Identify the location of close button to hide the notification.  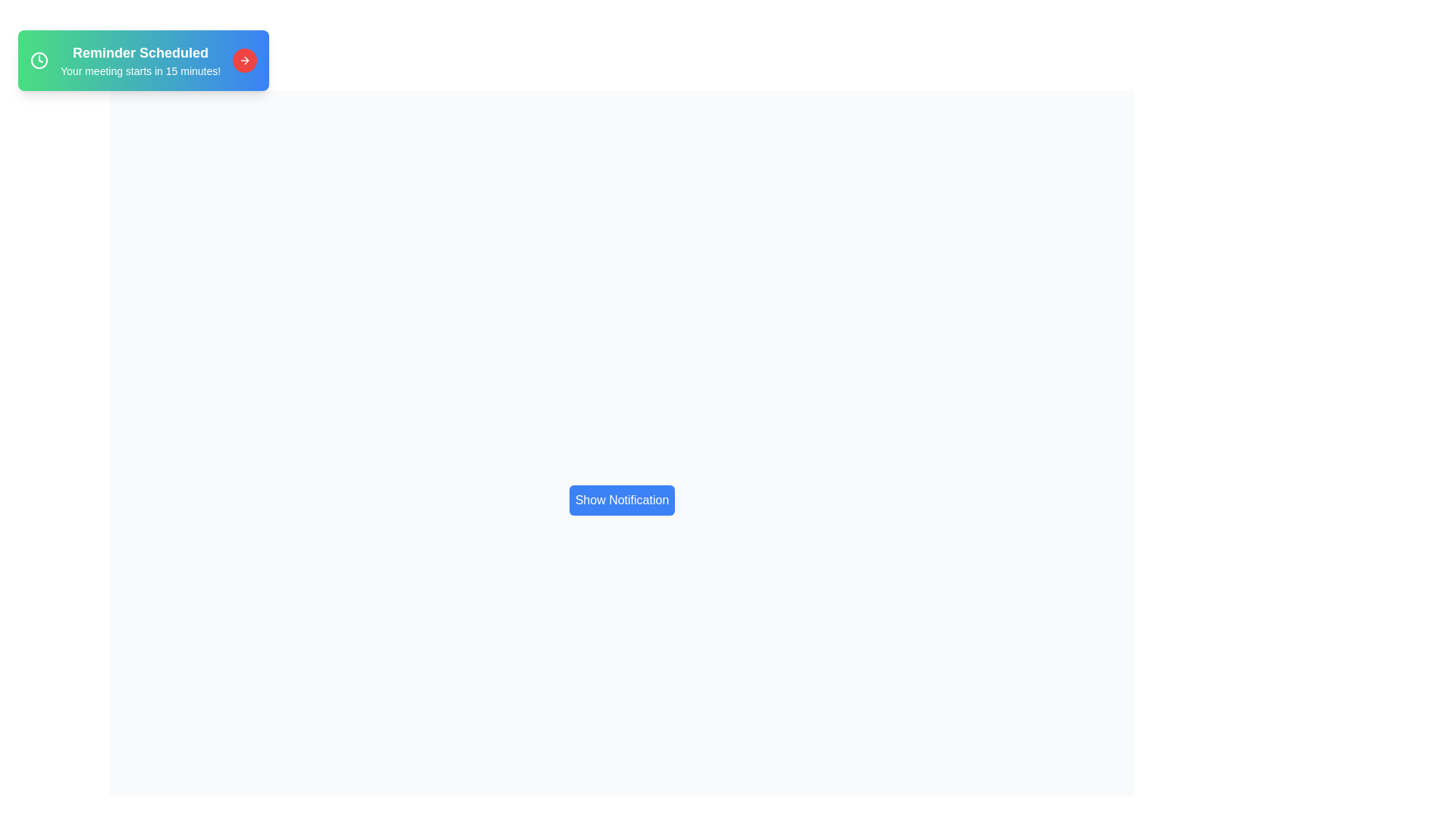
(245, 60).